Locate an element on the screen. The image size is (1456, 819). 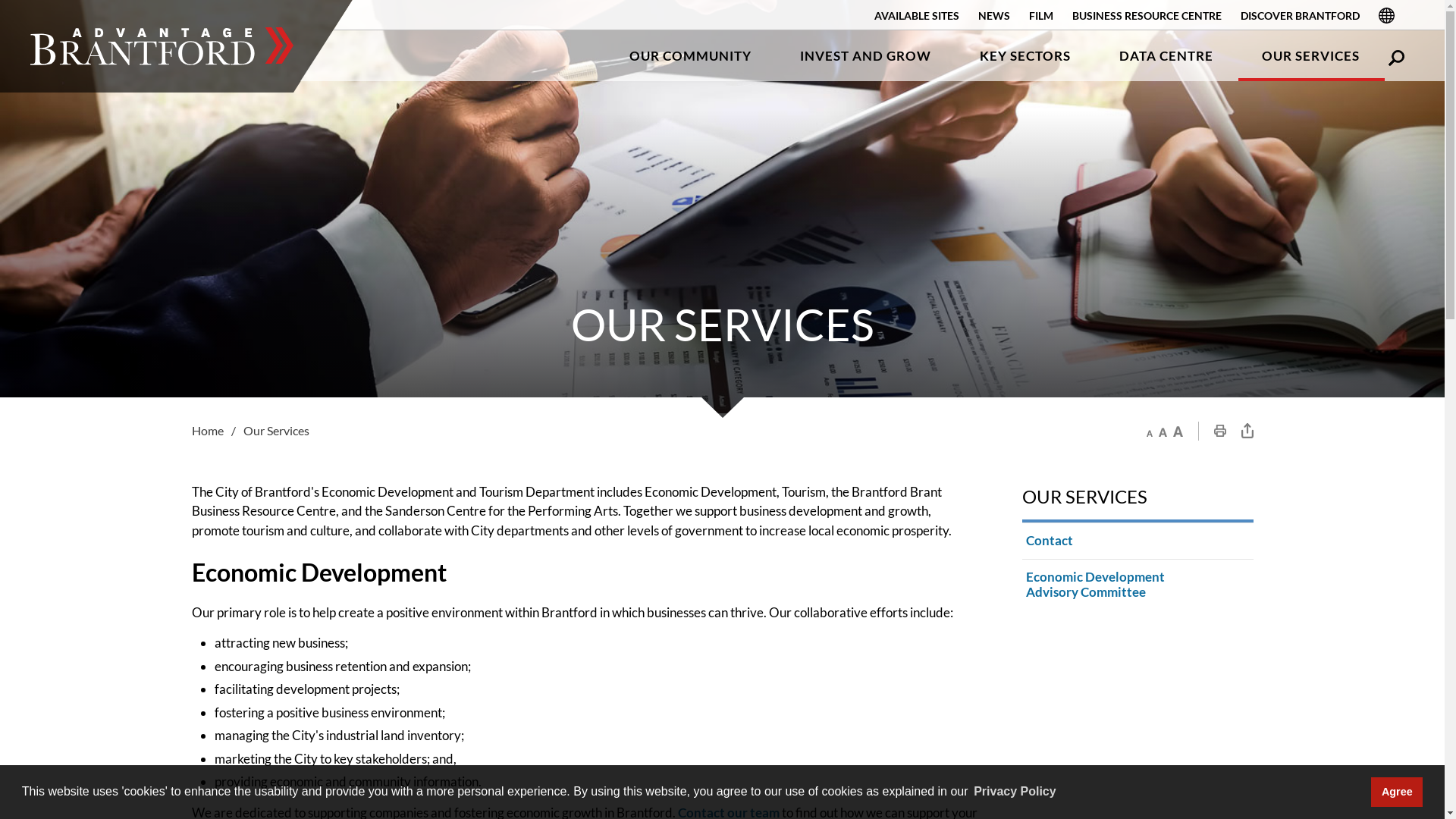
'Agree' is located at coordinates (1371, 791).